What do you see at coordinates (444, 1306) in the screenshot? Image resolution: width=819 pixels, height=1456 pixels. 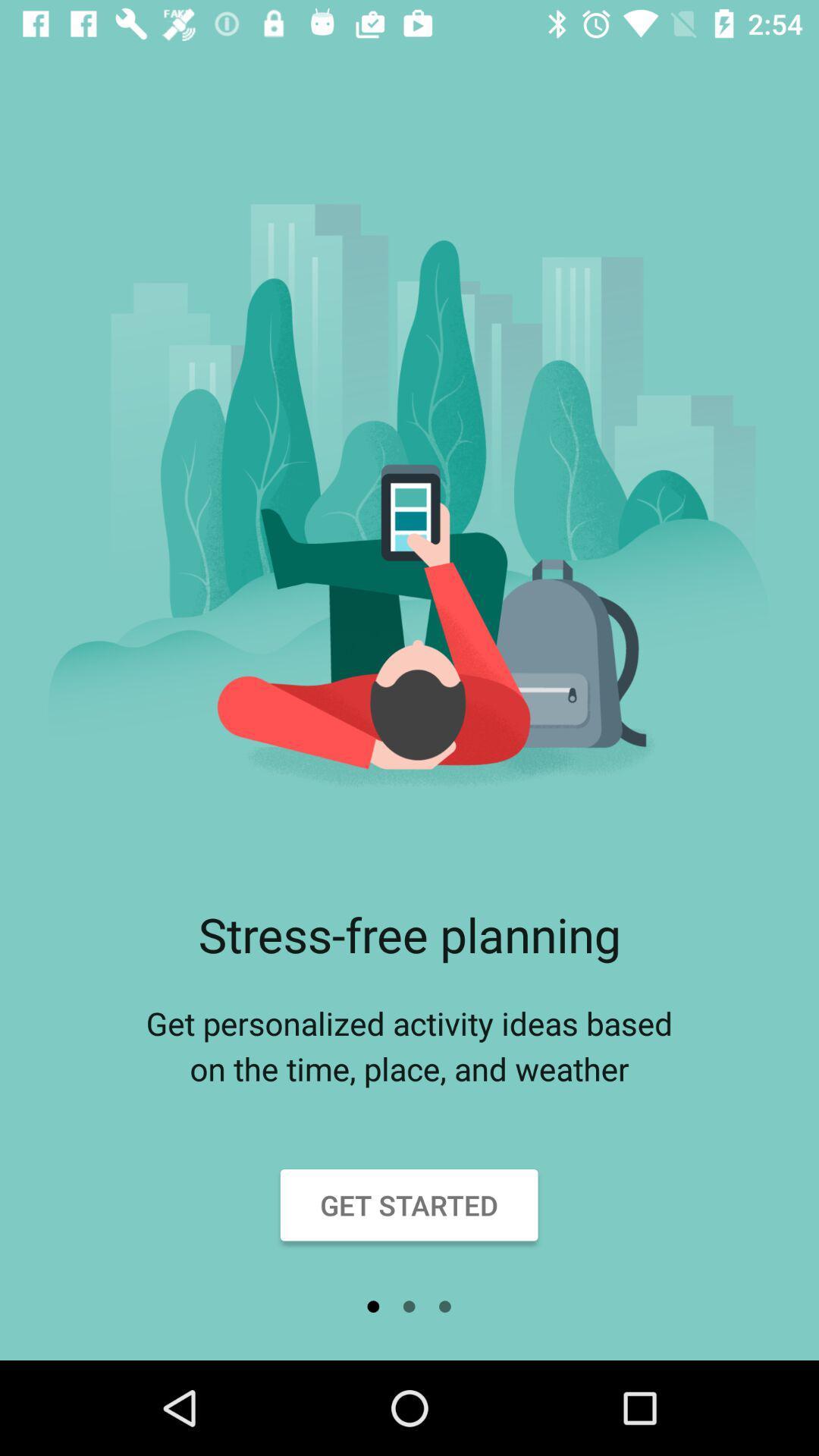 I see `the item below get started` at bounding box center [444, 1306].